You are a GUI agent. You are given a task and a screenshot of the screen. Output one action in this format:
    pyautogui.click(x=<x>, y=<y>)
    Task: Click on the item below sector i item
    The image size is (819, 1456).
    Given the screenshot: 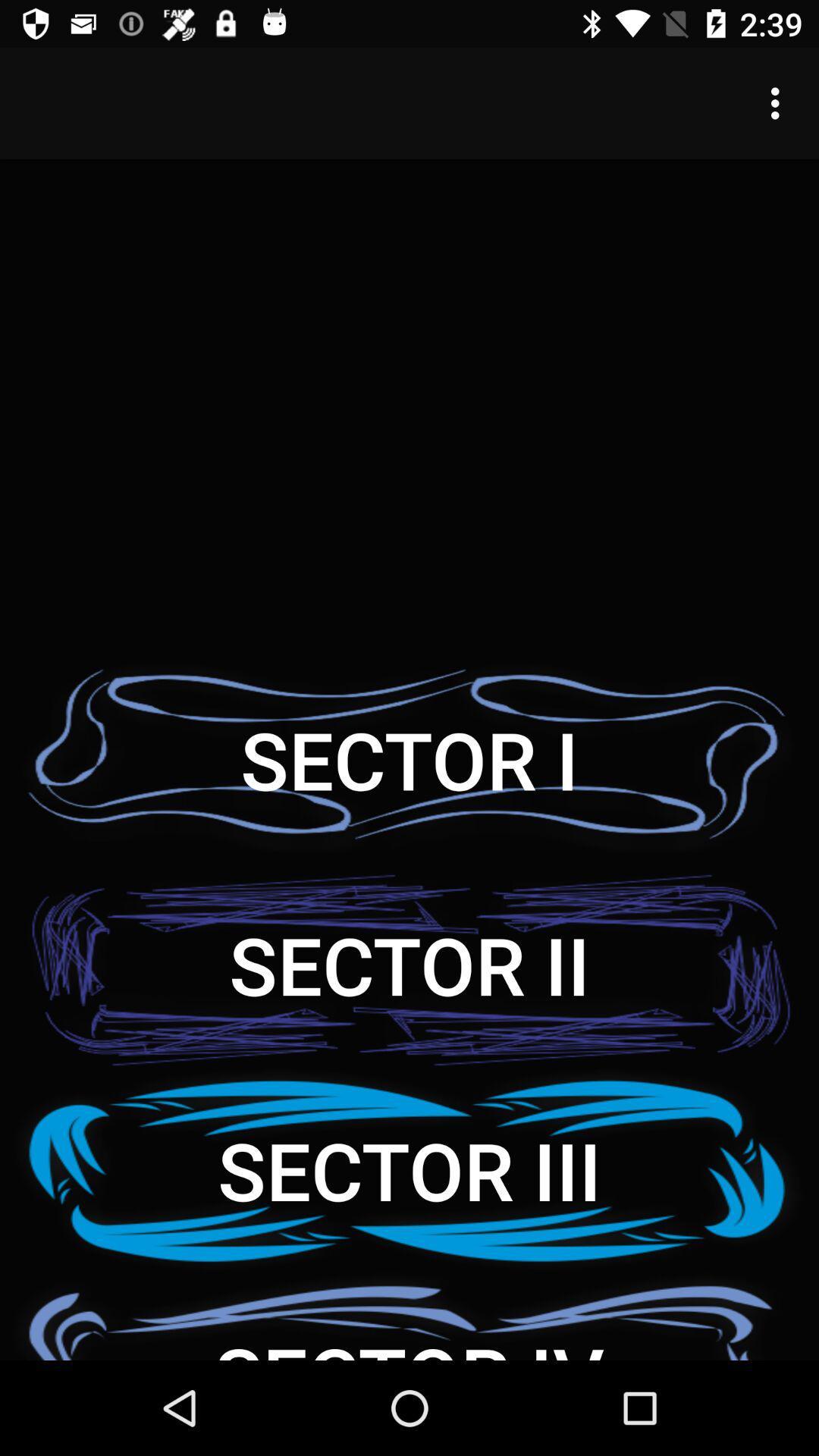 What is the action you would take?
    pyautogui.click(x=409, y=964)
    